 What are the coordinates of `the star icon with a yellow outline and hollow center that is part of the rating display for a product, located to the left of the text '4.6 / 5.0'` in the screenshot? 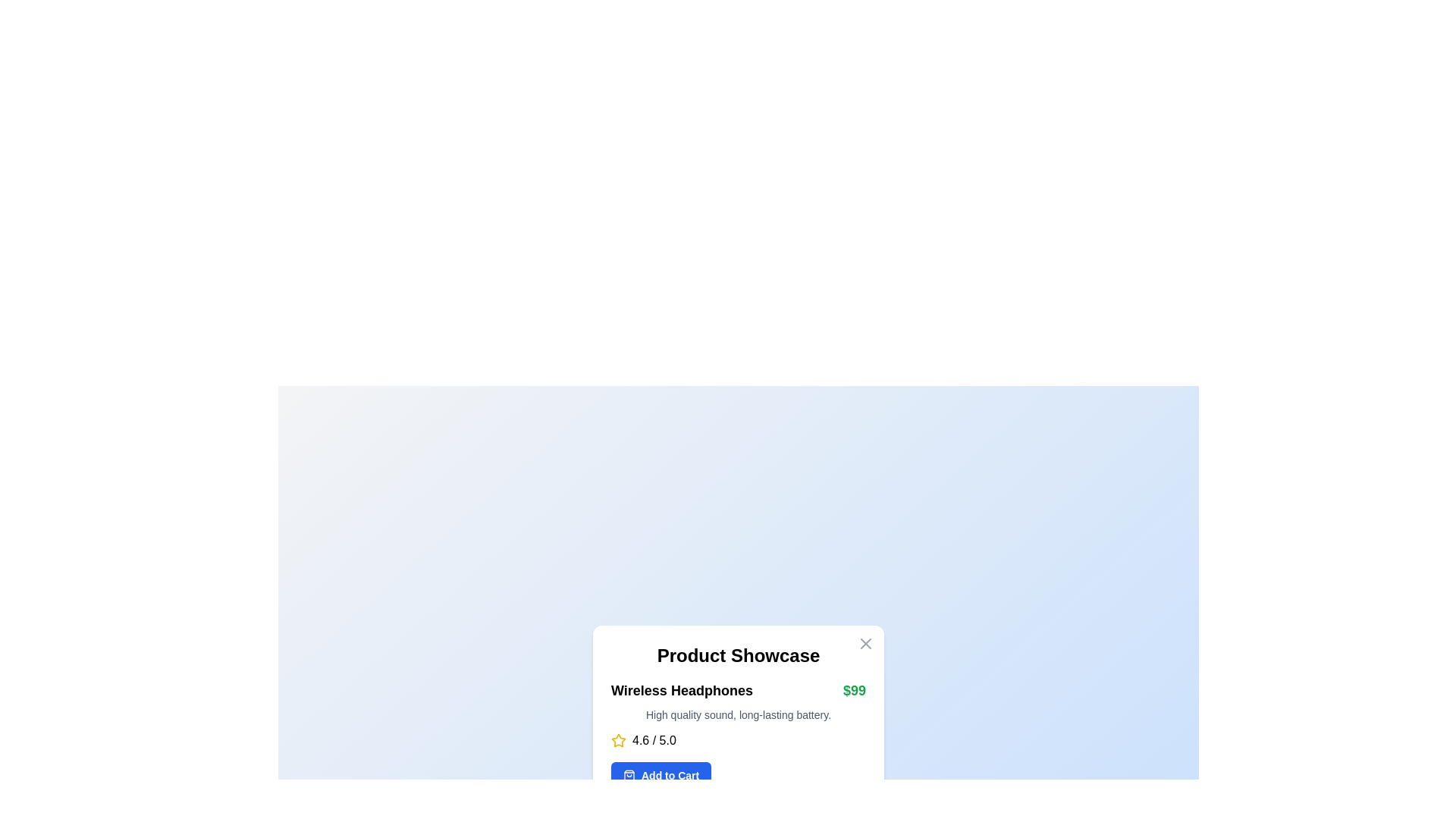 It's located at (619, 739).